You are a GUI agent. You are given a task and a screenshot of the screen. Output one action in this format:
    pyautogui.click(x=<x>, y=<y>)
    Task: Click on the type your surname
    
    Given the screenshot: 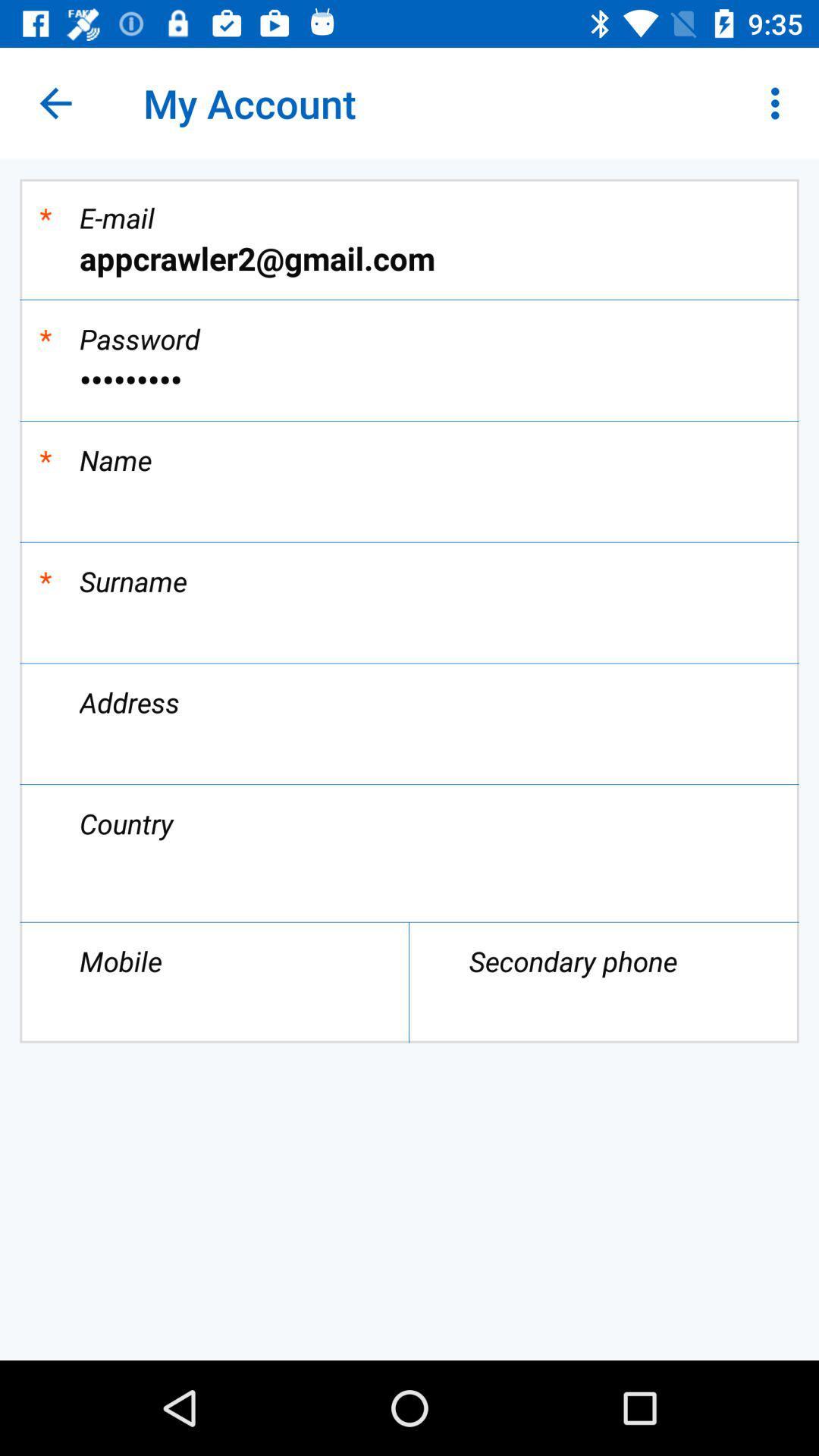 What is the action you would take?
    pyautogui.click(x=409, y=621)
    